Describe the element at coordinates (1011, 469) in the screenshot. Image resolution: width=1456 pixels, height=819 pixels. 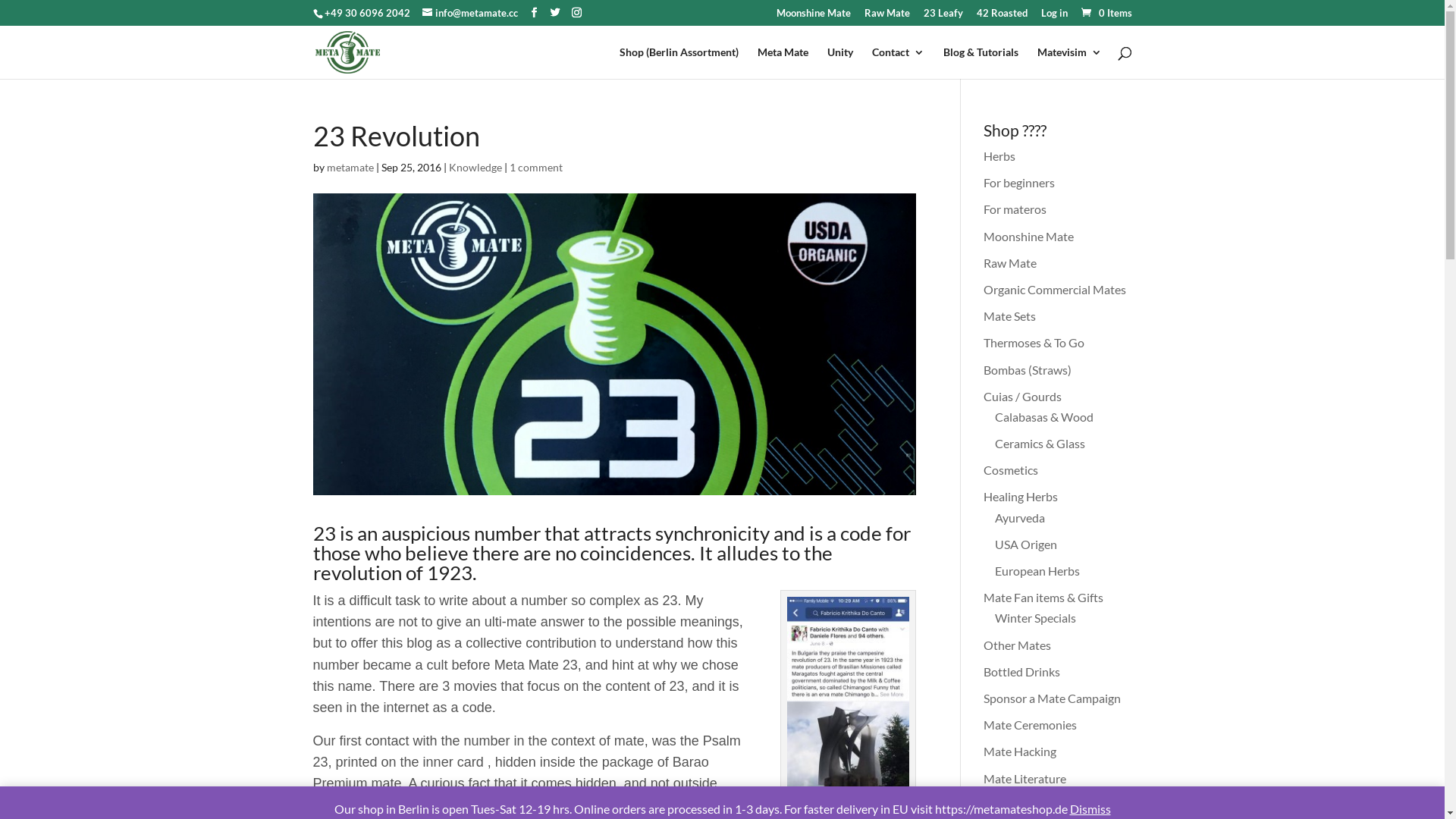
I see `'Cosmetics'` at that location.